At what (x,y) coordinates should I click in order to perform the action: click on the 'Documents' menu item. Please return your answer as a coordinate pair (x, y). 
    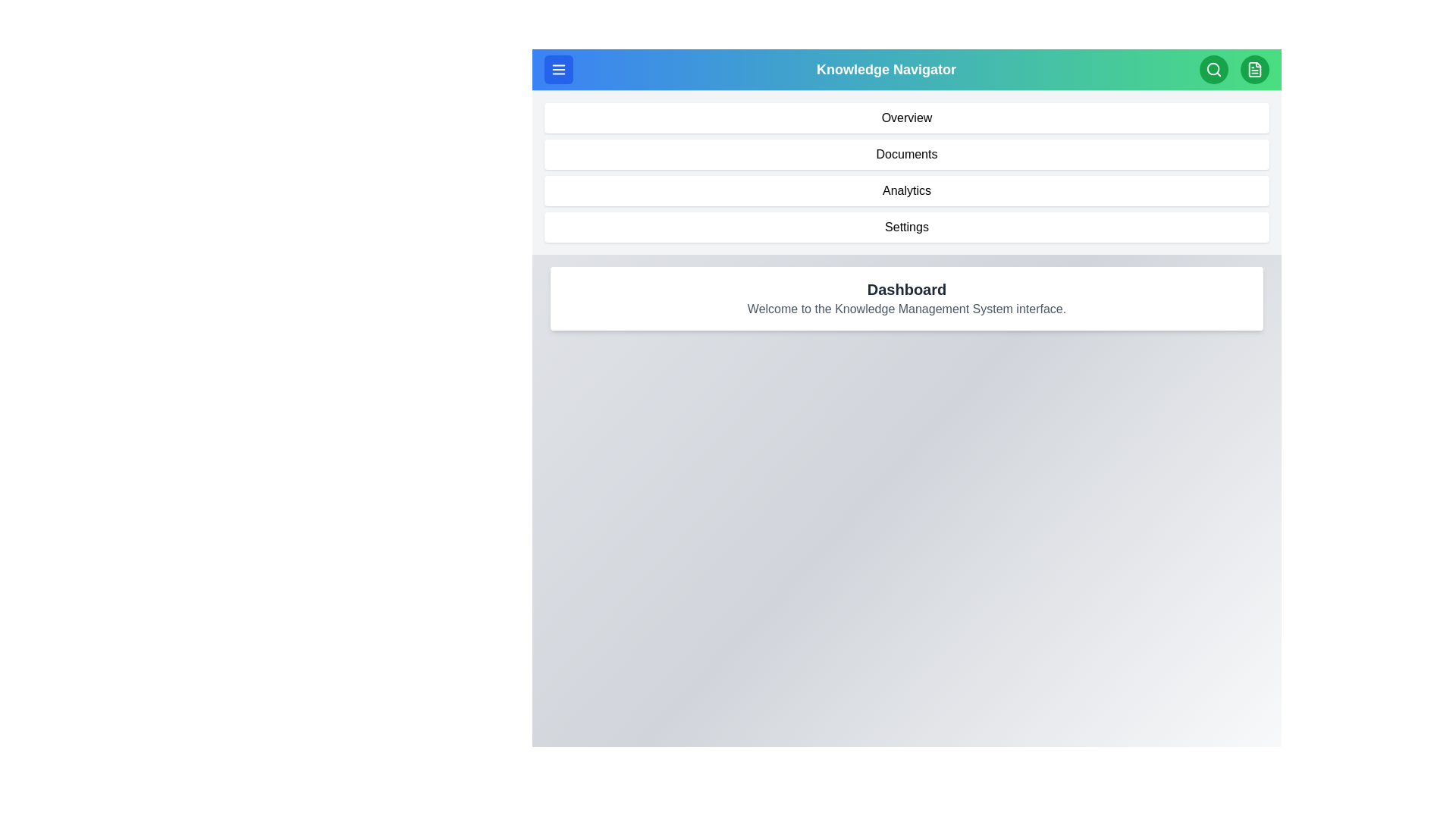
    Looking at the image, I should click on (906, 155).